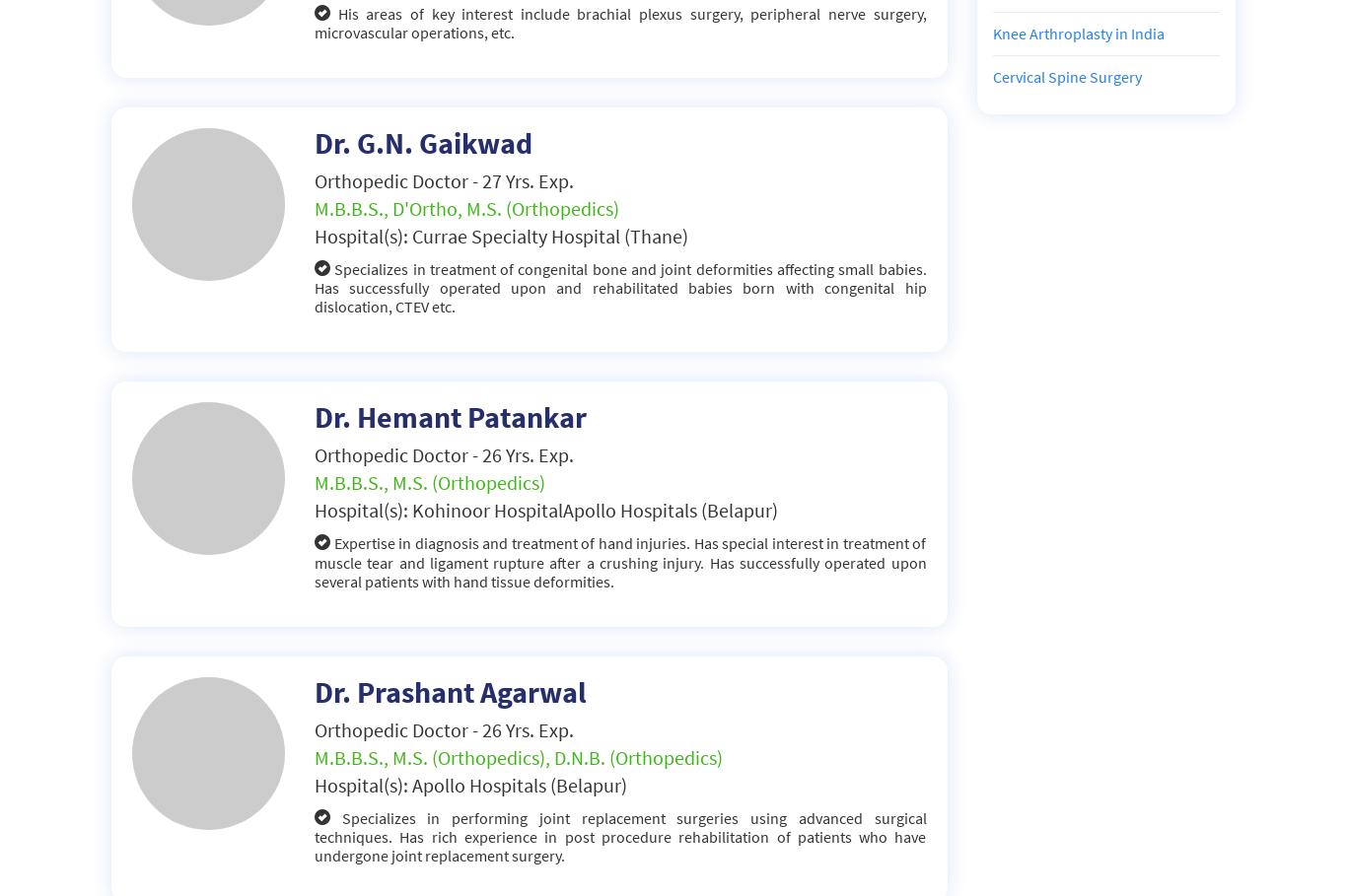 The width and height of the screenshot is (1347, 896). Describe the element at coordinates (1065, 74) in the screenshot. I see `'Cervical Spine Surgery'` at that location.